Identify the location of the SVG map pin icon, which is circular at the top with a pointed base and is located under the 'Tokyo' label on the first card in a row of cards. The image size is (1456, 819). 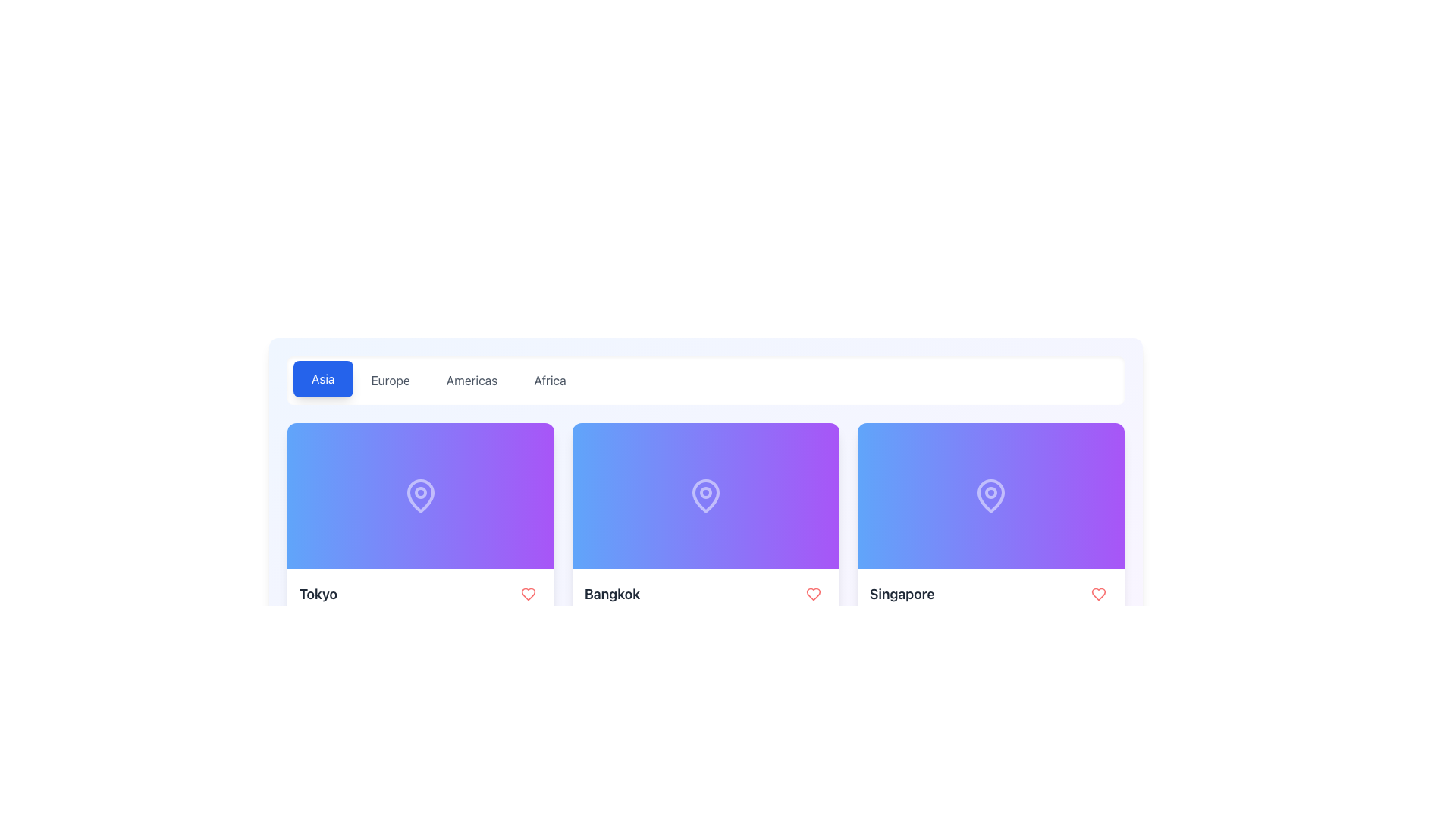
(421, 496).